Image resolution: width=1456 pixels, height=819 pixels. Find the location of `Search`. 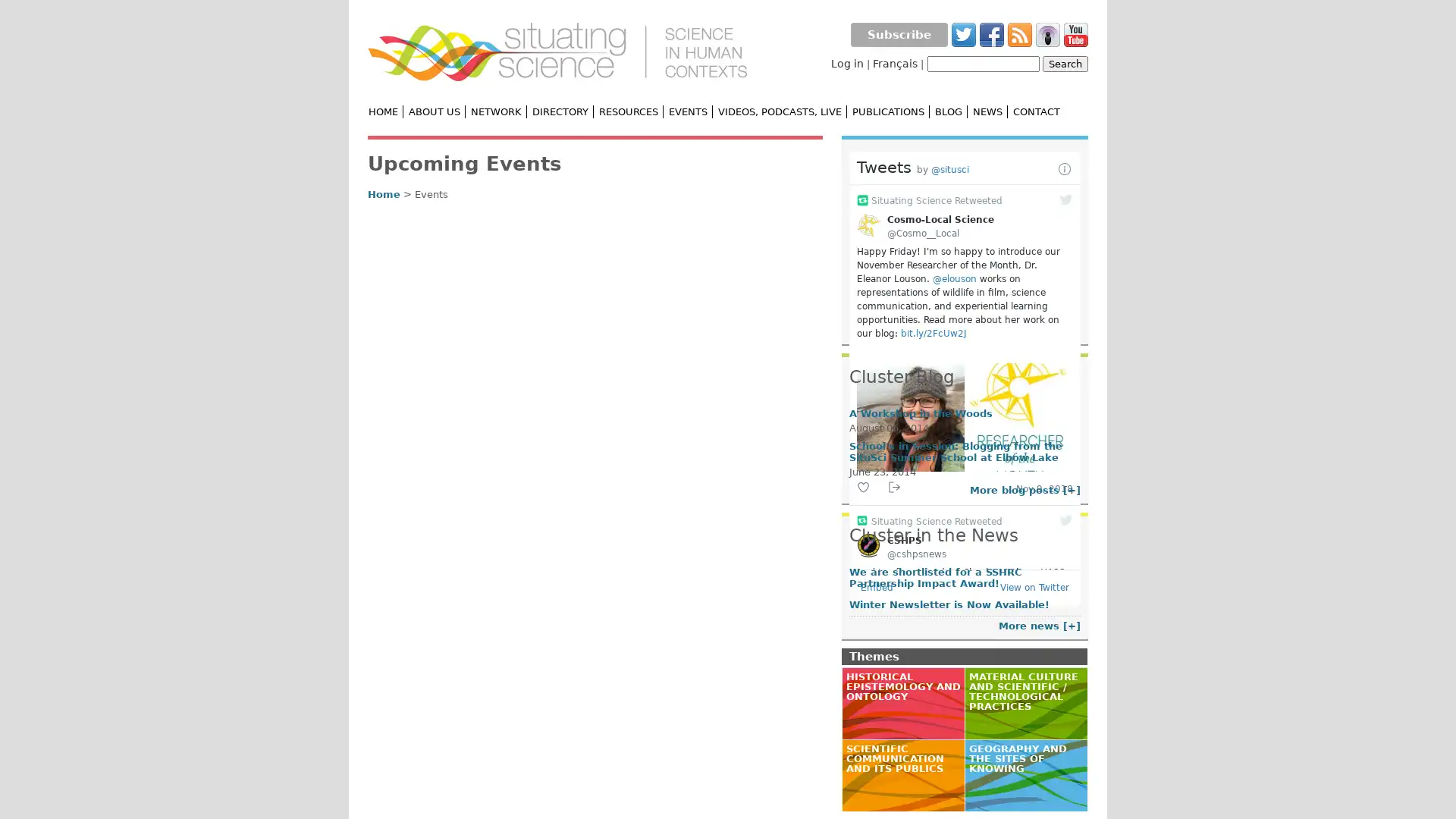

Search is located at coordinates (1065, 63).